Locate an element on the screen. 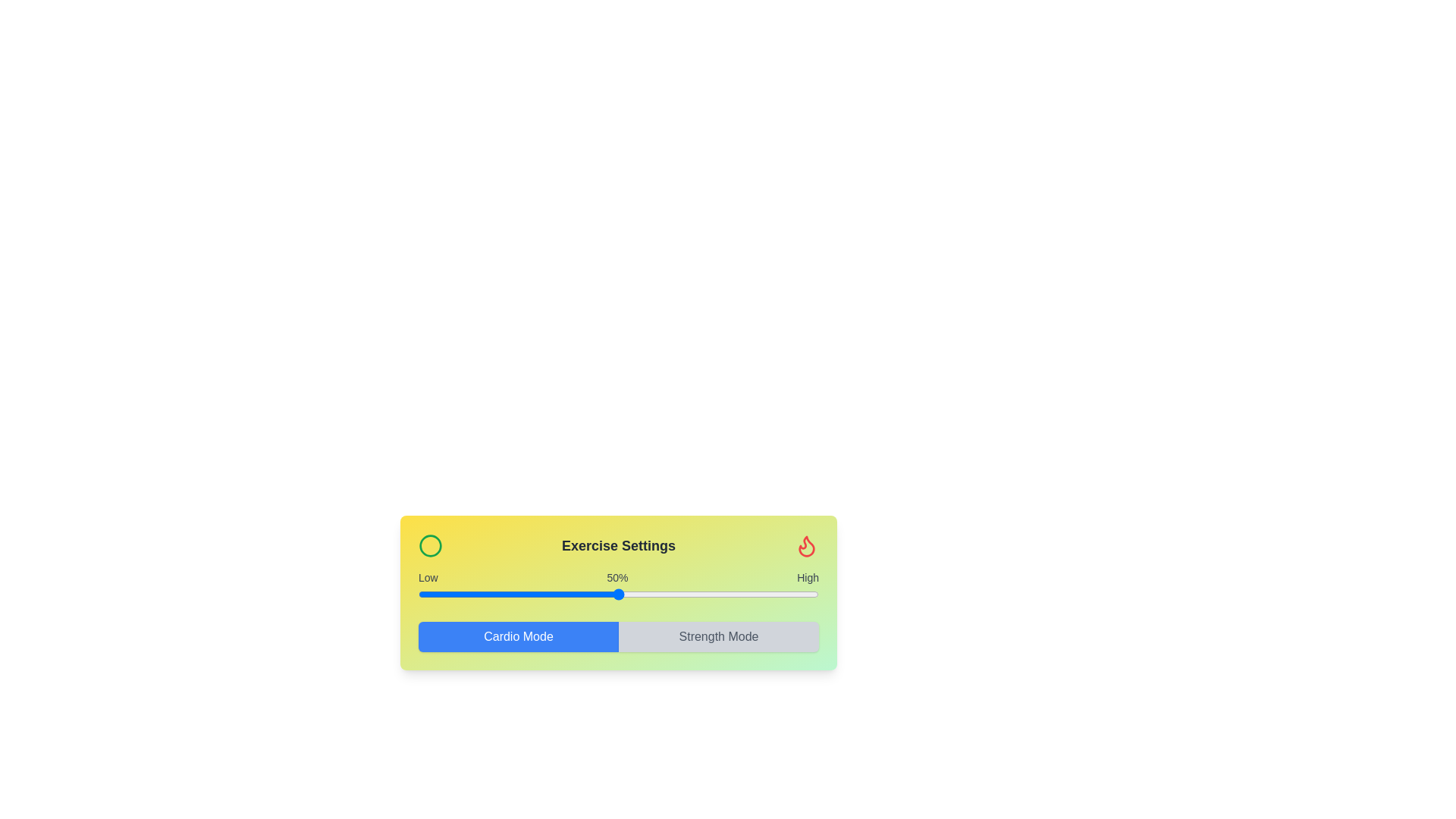 This screenshot has width=1456, height=819. the Cardio Mode button to switch to Cardio Mode is located at coordinates (519, 637).